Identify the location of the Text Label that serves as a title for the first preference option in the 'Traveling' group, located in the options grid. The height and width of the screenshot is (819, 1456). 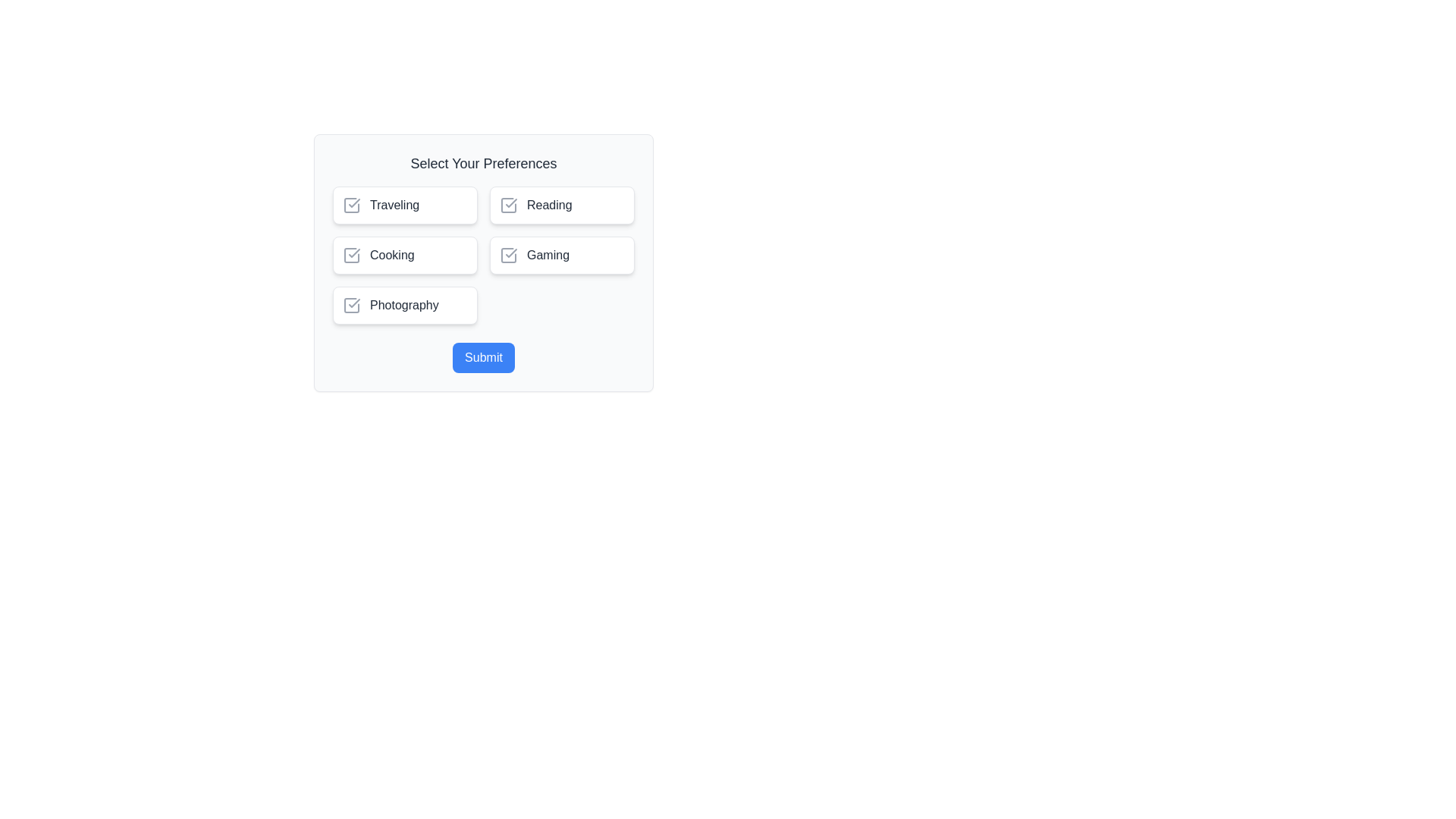
(394, 205).